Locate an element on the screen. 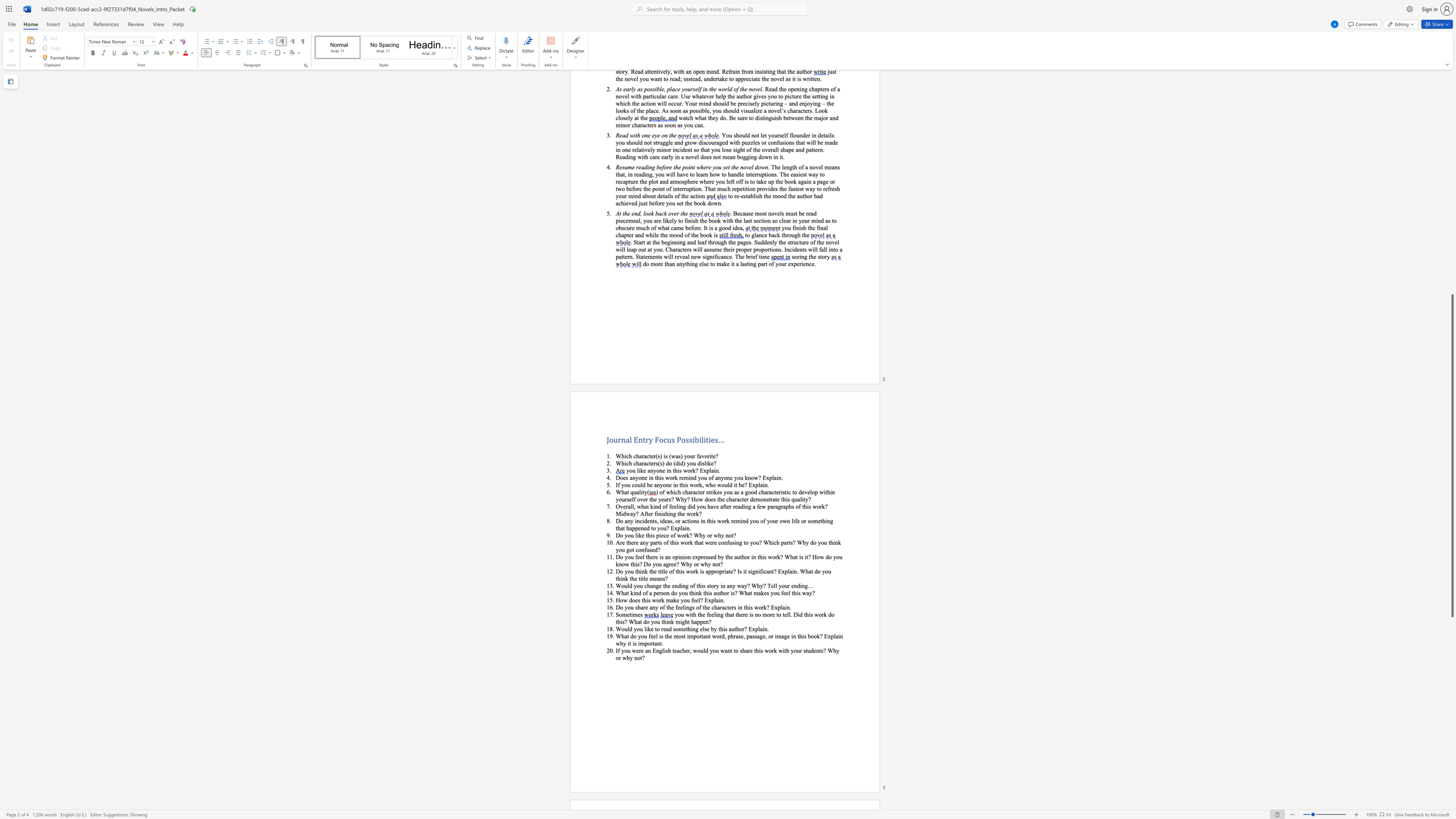 This screenshot has width=1456, height=819. the 1th character "a" in the text is located at coordinates (799, 499).